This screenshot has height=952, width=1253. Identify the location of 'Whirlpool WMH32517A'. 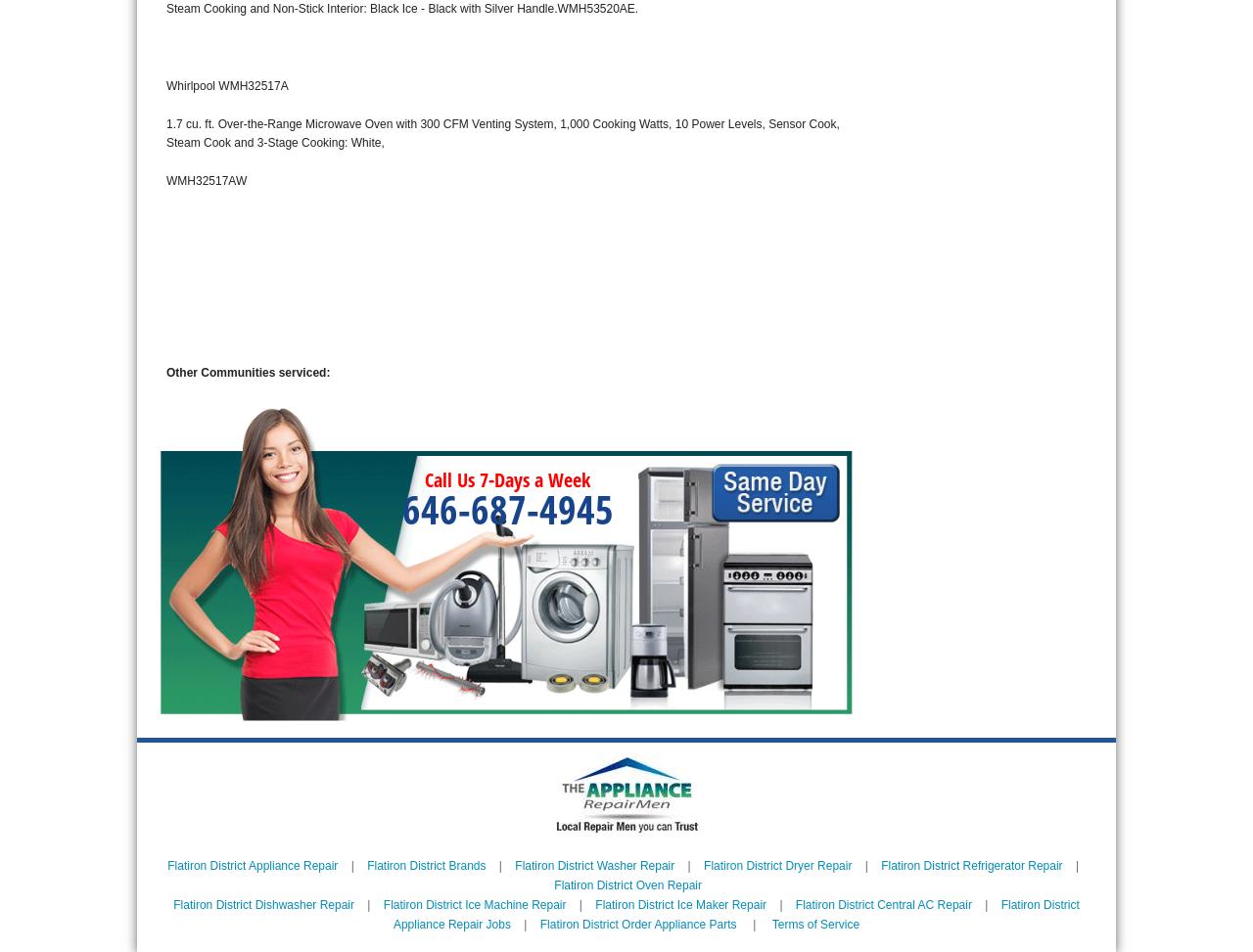
(226, 83).